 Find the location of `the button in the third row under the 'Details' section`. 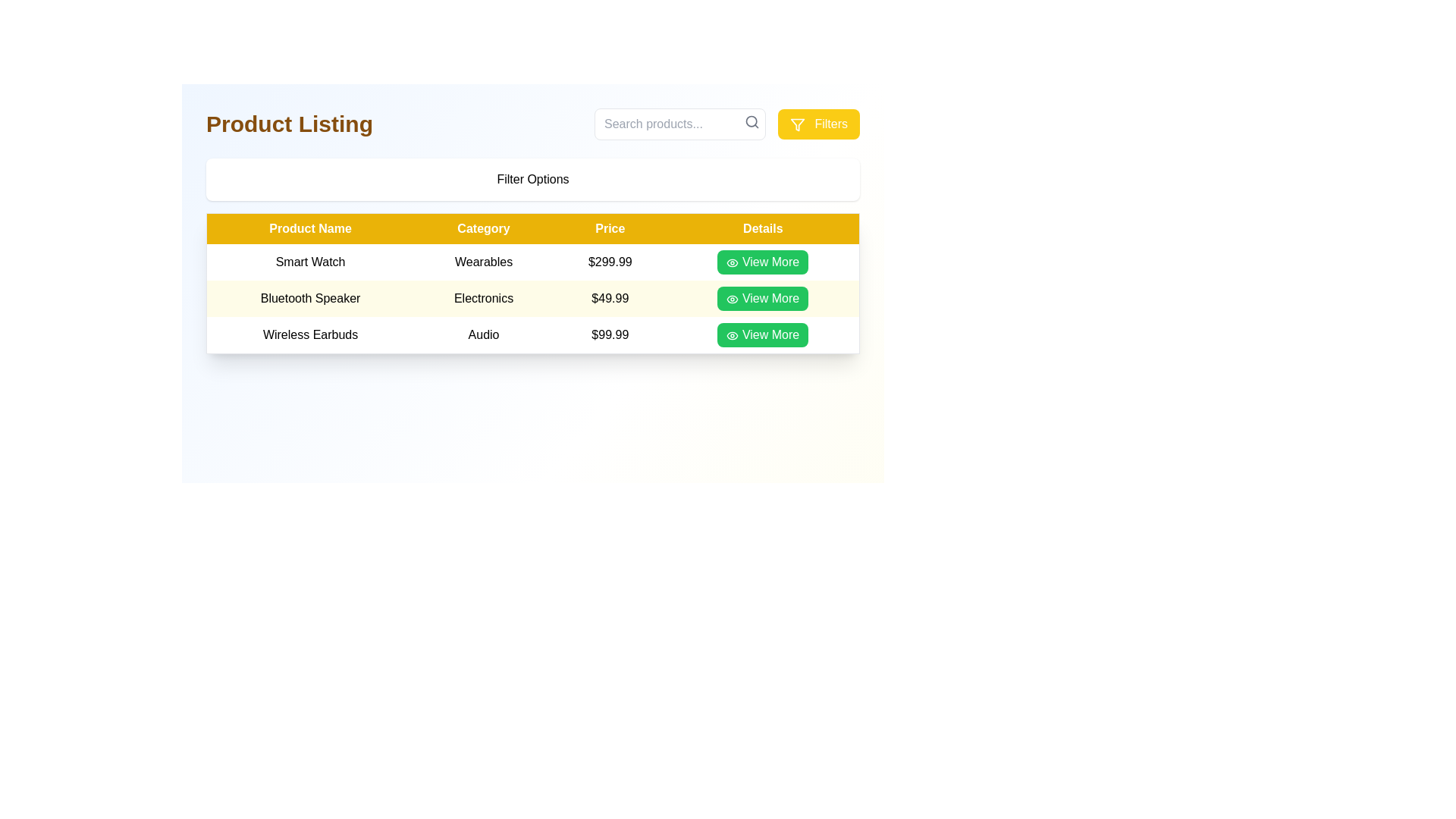

the button in the third row under the 'Details' section is located at coordinates (763, 334).